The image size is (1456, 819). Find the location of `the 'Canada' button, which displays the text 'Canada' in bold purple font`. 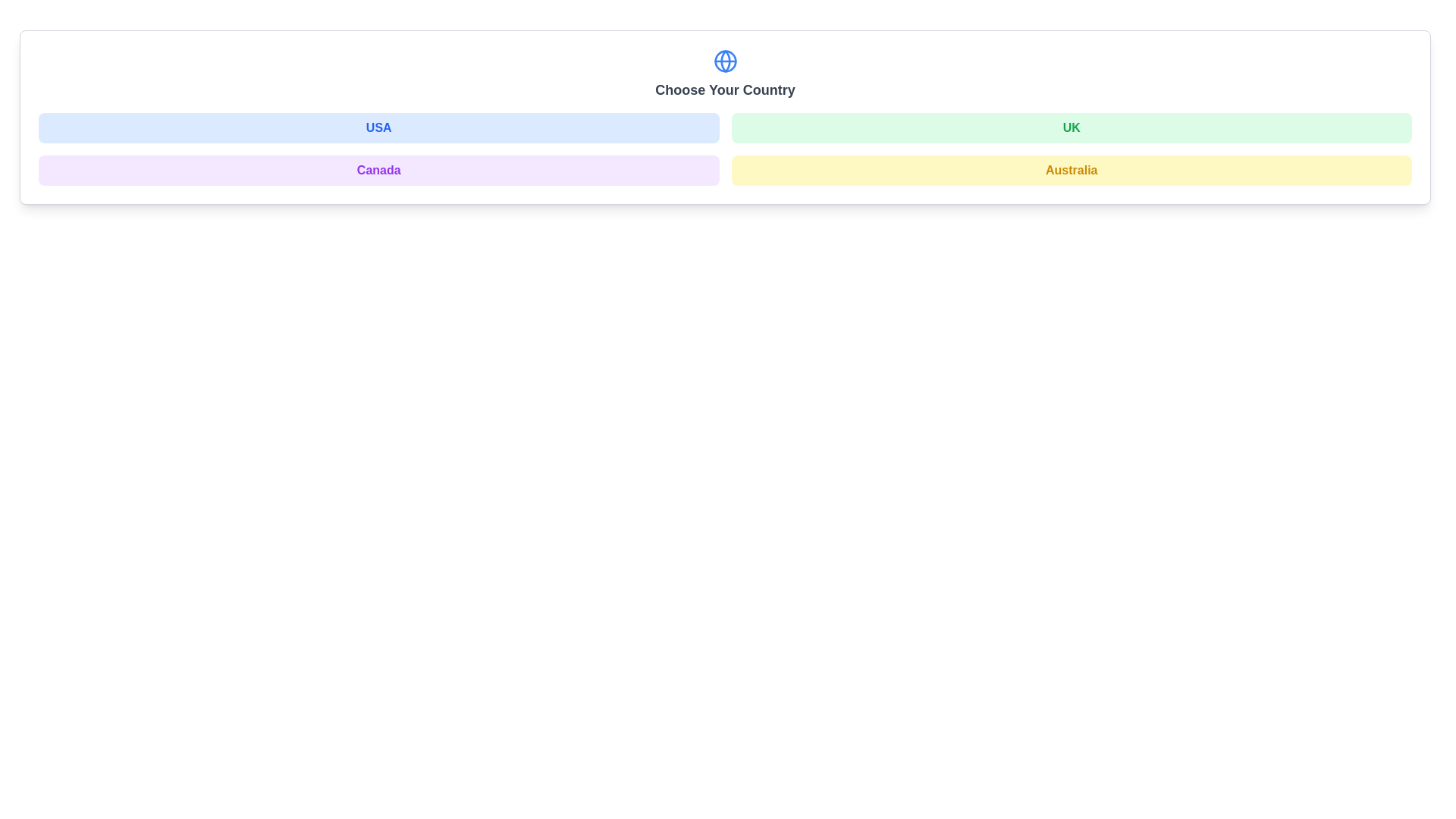

the 'Canada' button, which displays the text 'Canada' in bold purple font is located at coordinates (378, 170).